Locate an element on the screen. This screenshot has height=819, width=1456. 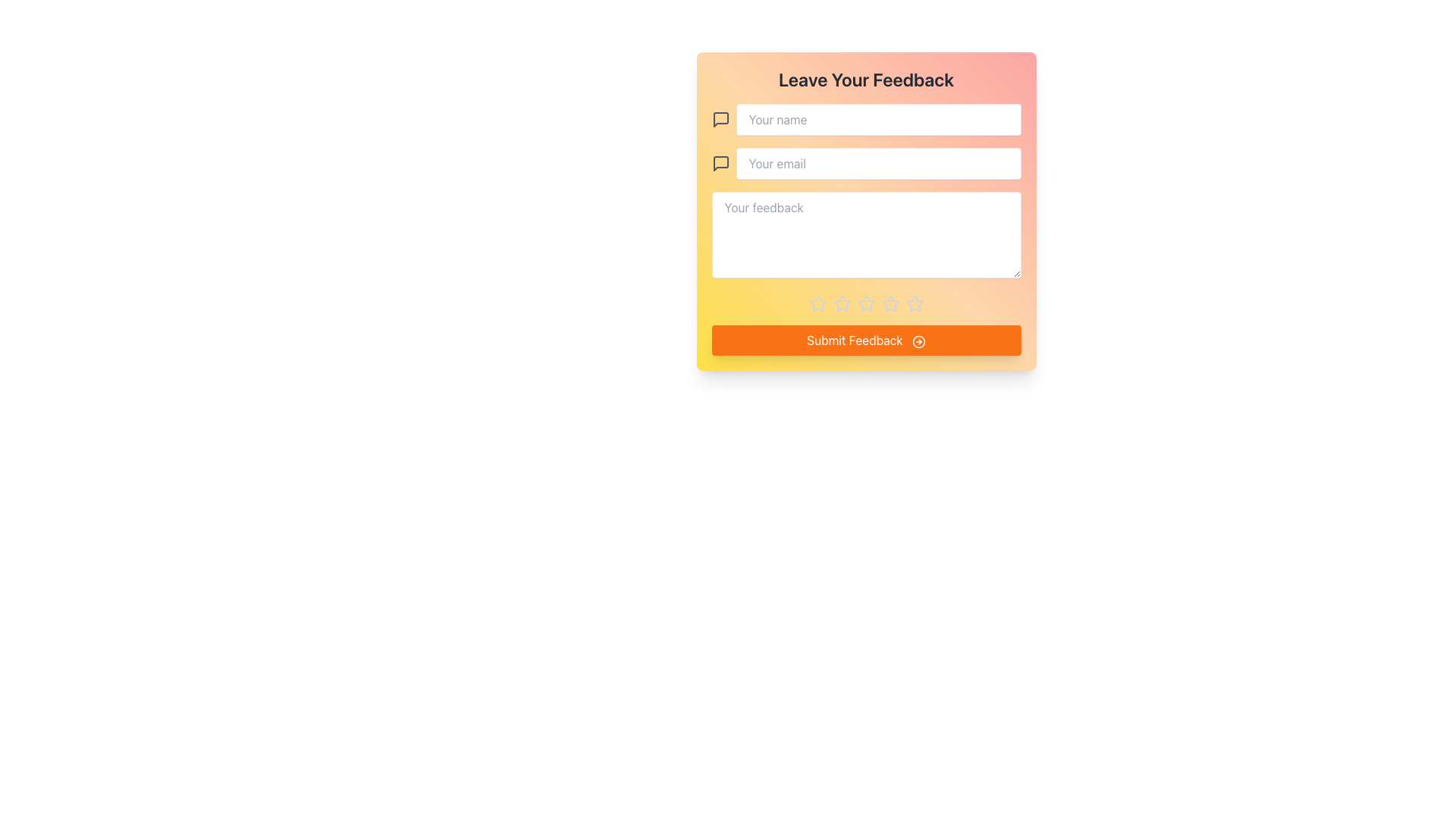
the first star-shaped rating icon in the feedback interface is located at coordinates (817, 303).